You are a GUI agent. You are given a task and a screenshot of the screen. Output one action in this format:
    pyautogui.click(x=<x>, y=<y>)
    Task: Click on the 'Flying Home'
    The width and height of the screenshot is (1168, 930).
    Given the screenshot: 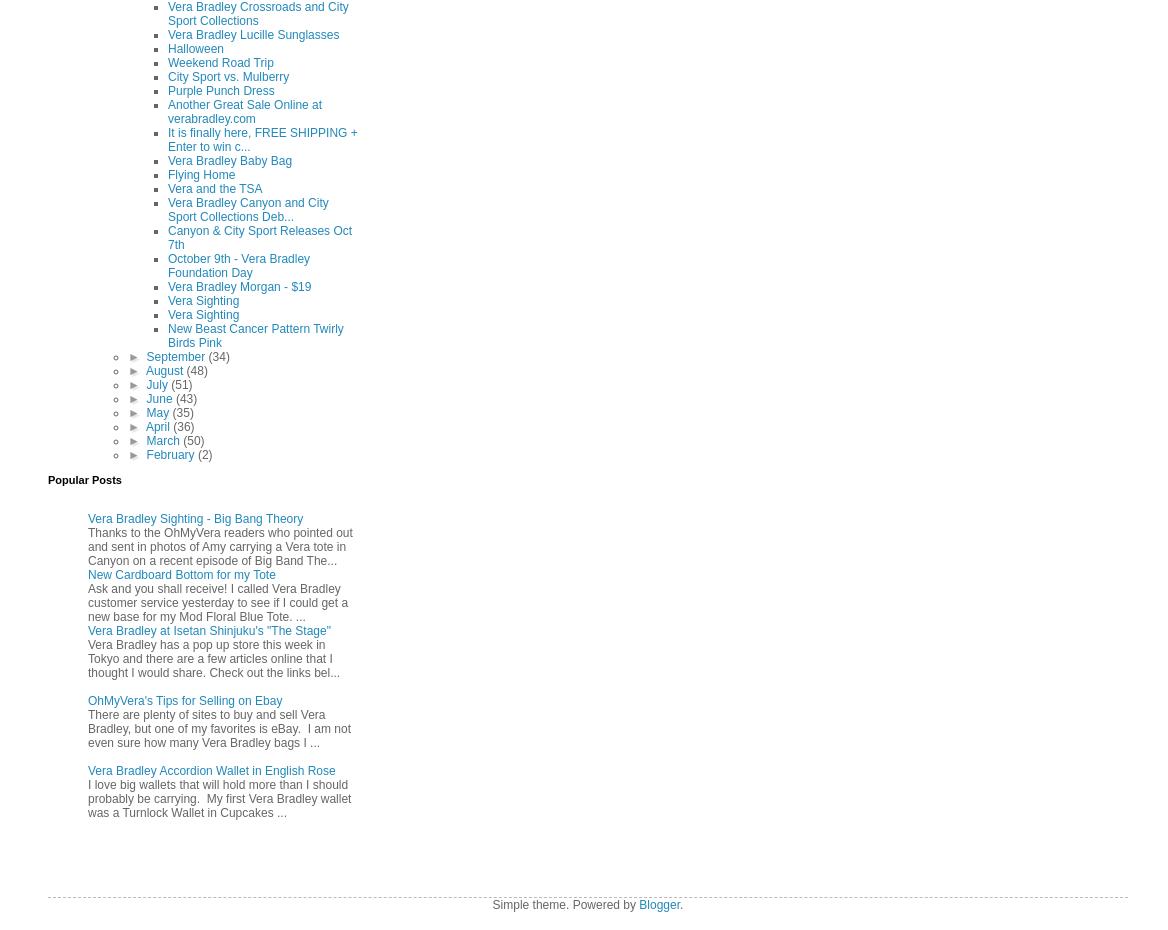 What is the action you would take?
    pyautogui.click(x=201, y=173)
    